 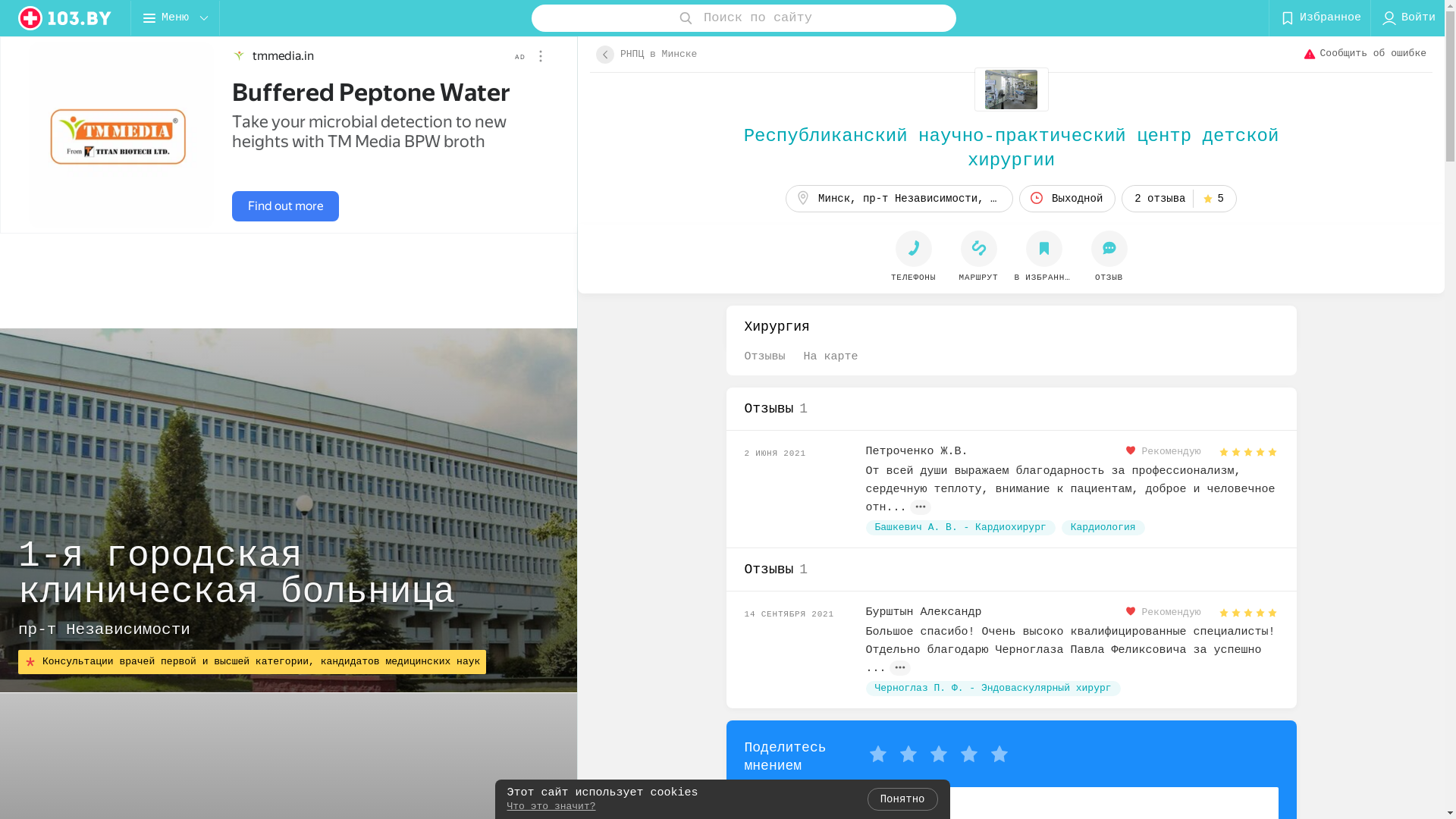 What do you see at coordinates (64, 17) in the screenshot?
I see `'logo'` at bounding box center [64, 17].